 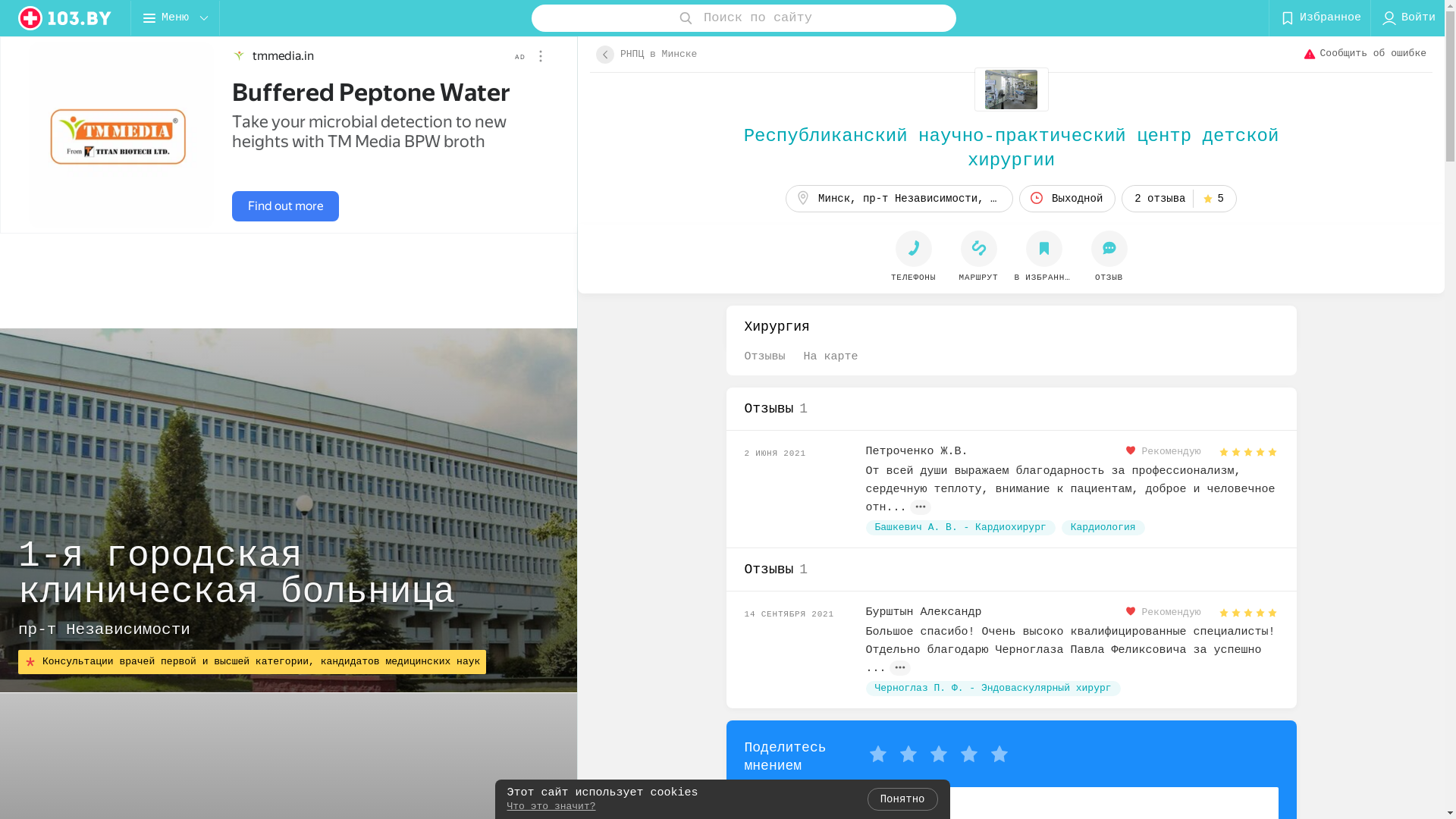 What do you see at coordinates (64, 17) in the screenshot?
I see `'logo'` at bounding box center [64, 17].